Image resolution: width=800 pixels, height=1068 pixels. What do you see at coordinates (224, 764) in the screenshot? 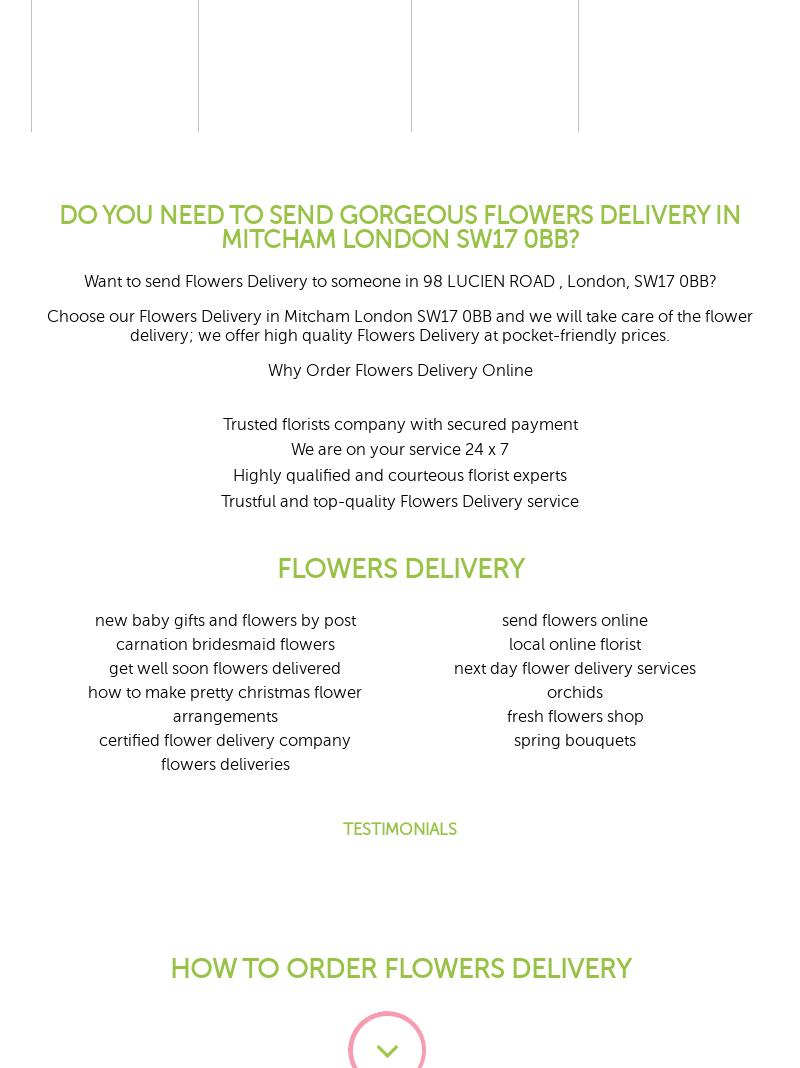
I see `'flowers deliveries'` at bounding box center [224, 764].